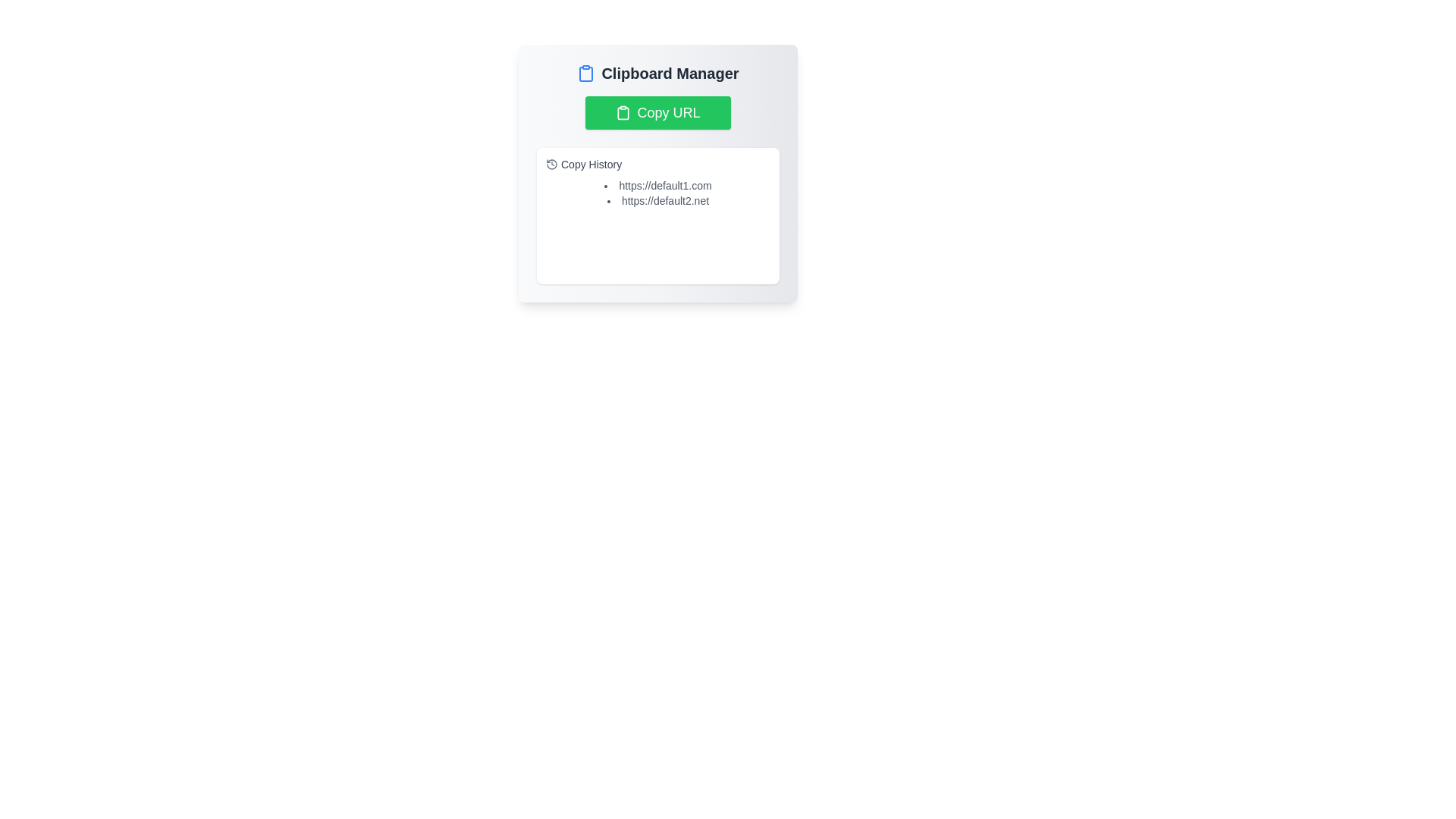 Image resolution: width=1456 pixels, height=819 pixels. What do you see at coordinates (658, 185) in the screenshot?
I see `the text link that reads 'https://default1.com'` at bounding box center [658, 185].